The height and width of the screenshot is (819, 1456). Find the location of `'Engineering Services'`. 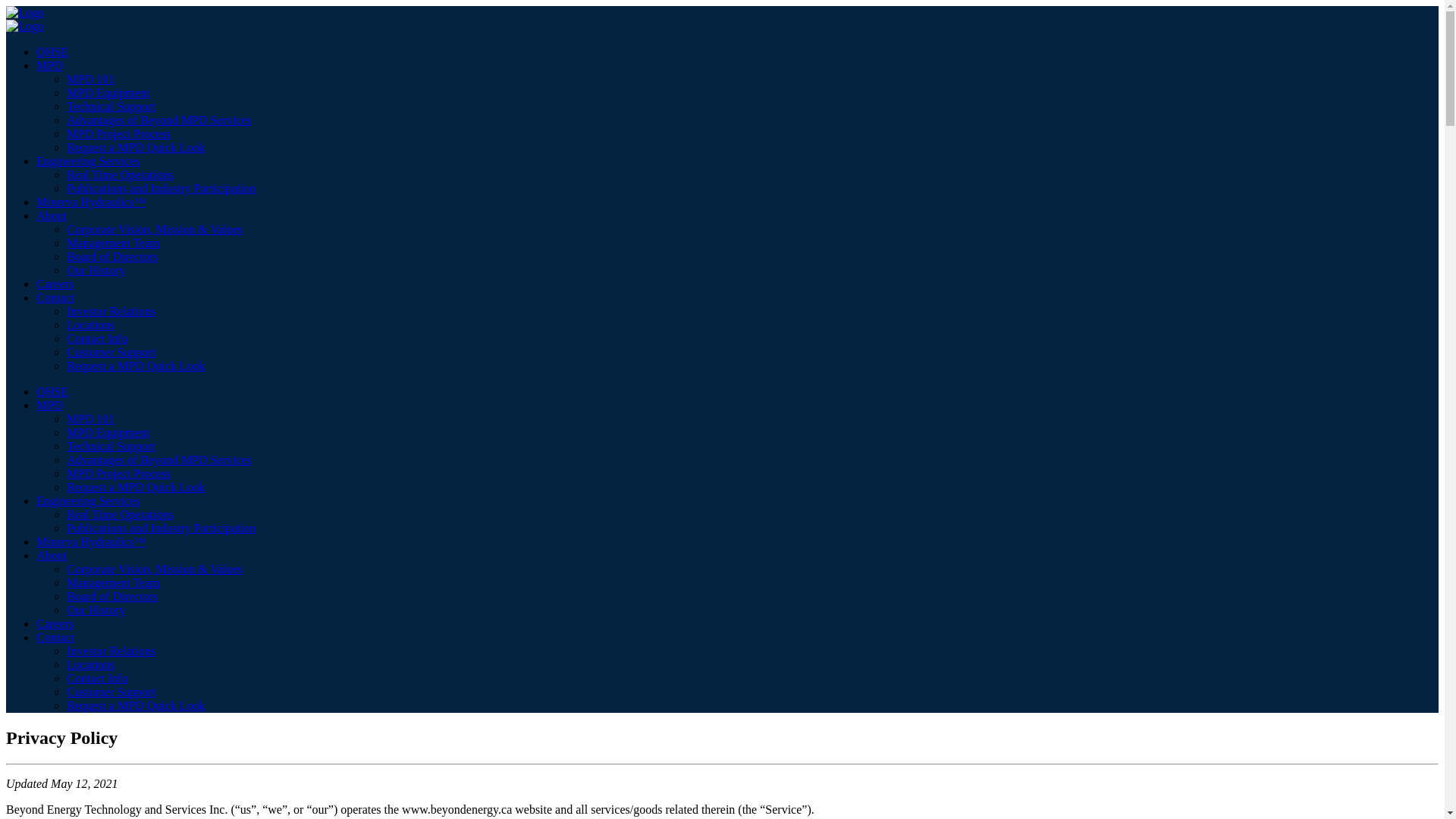

'Engineering Services' is located at coordinates (86, 161).